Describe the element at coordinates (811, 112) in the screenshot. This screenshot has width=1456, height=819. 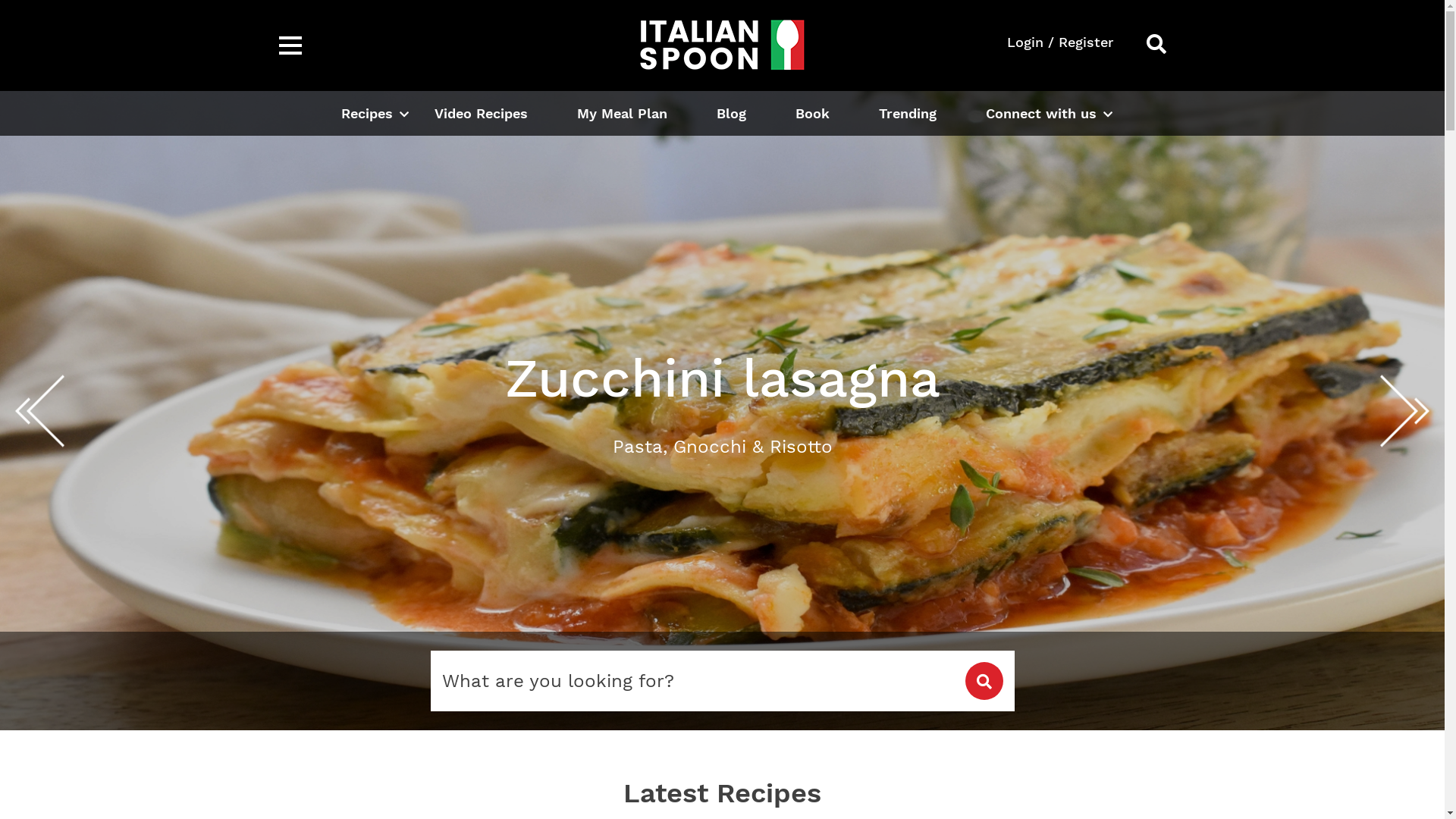
I see `'Book'` at that location.